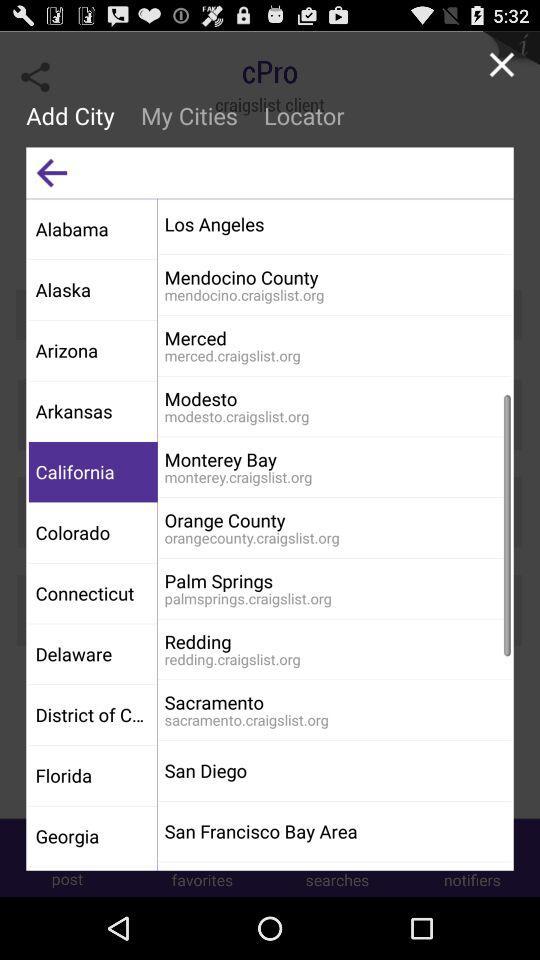  What do you see at coordinates (500, 64) in the screenshot?
I see `close` at bounding box center [500, 64].